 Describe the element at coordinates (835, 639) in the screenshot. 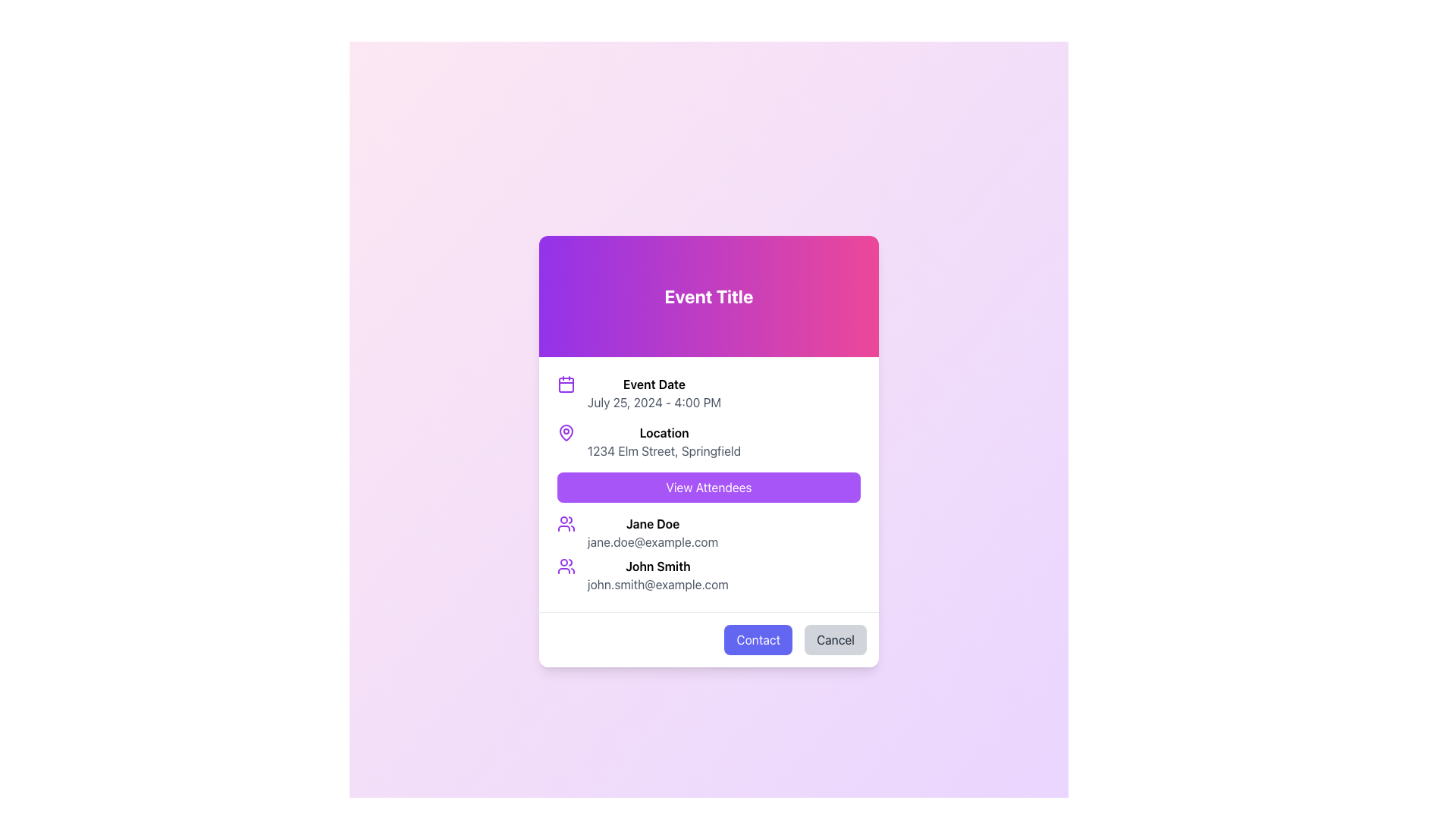

I see `the 'Cancel' button` at that location.